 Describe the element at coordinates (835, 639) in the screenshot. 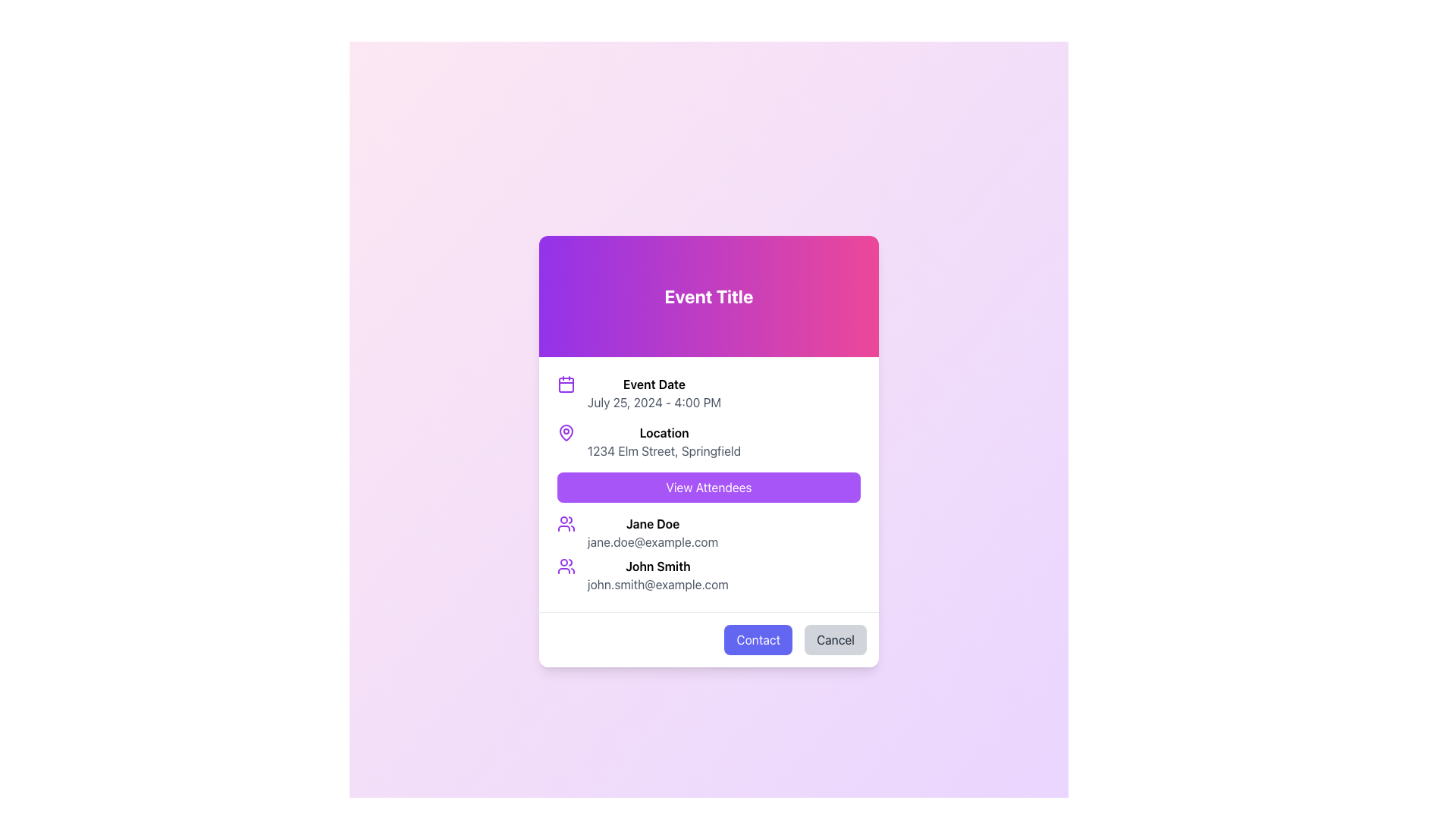

I see `the 'Cancel' button` at that location.